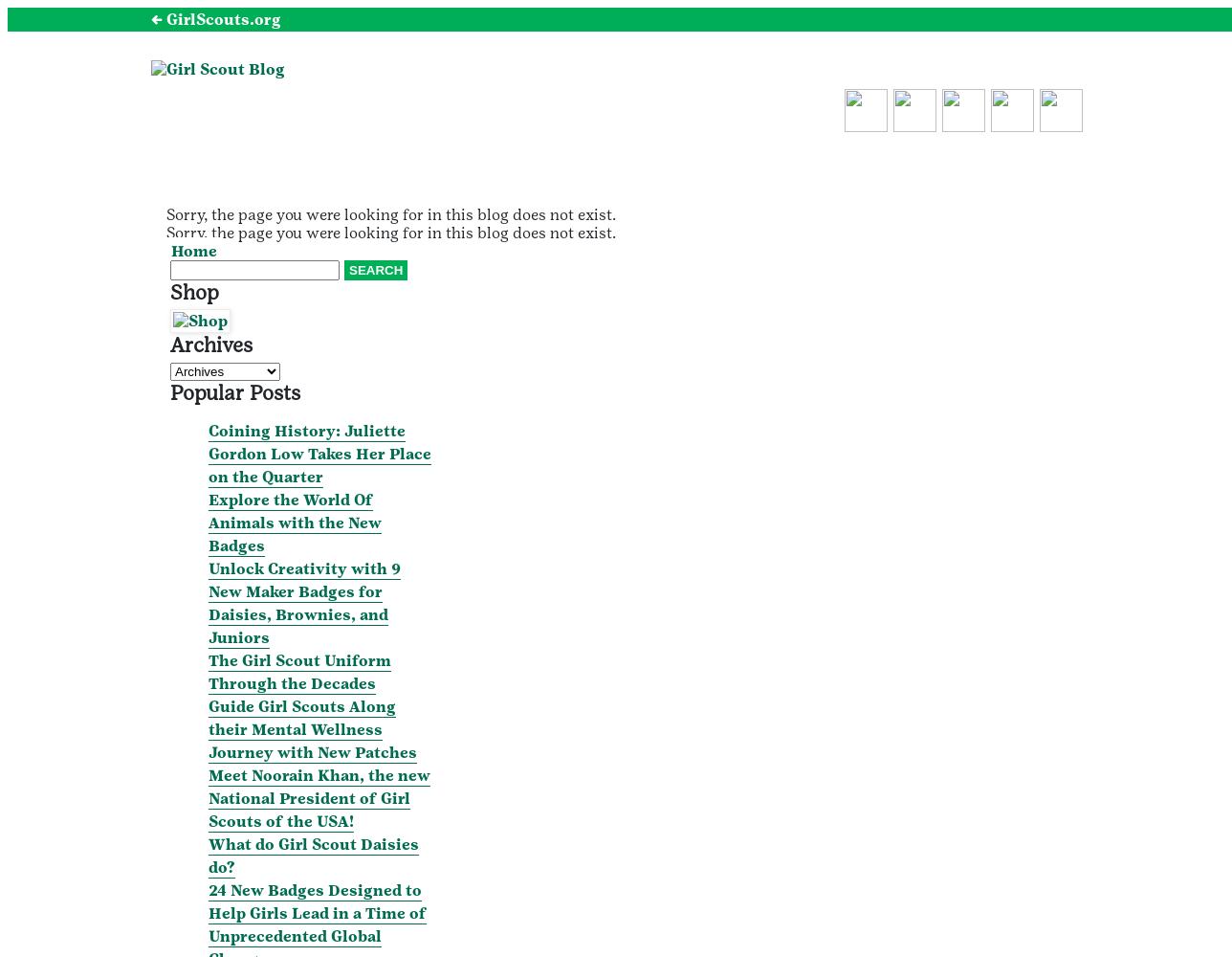 The height and width of the screenshot is (957, 1232). What do you see at coordinates (208, 602) in the screenshot?
I see `'Unlock Creativity with 9 New Maker Badges for Daisies, Brownies, and Juniors'` at bounding box center [208, 602].